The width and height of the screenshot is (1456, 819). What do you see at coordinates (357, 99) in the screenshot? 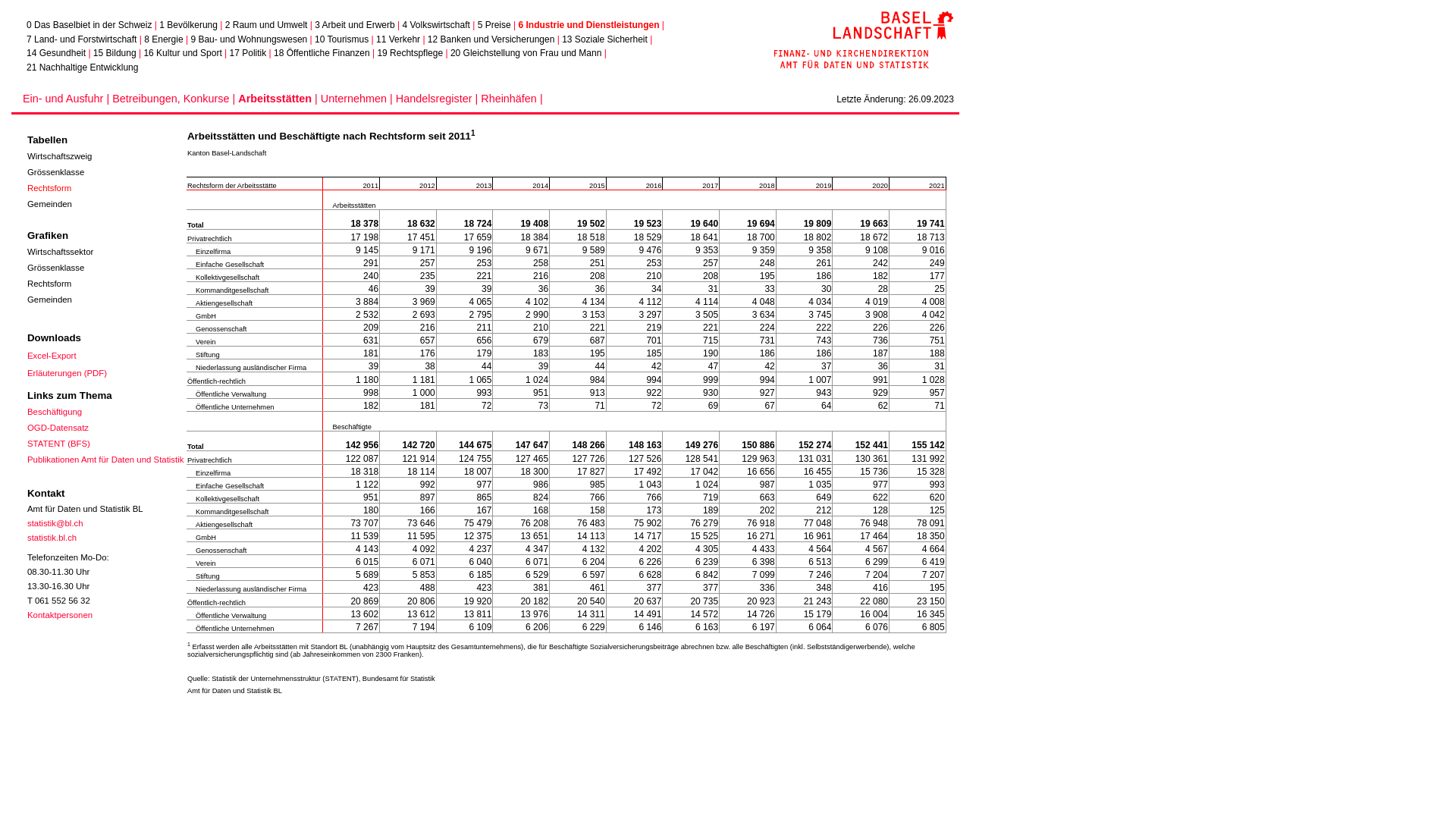
I see `'Unternehmen |'` at bounding box center [357, 99].